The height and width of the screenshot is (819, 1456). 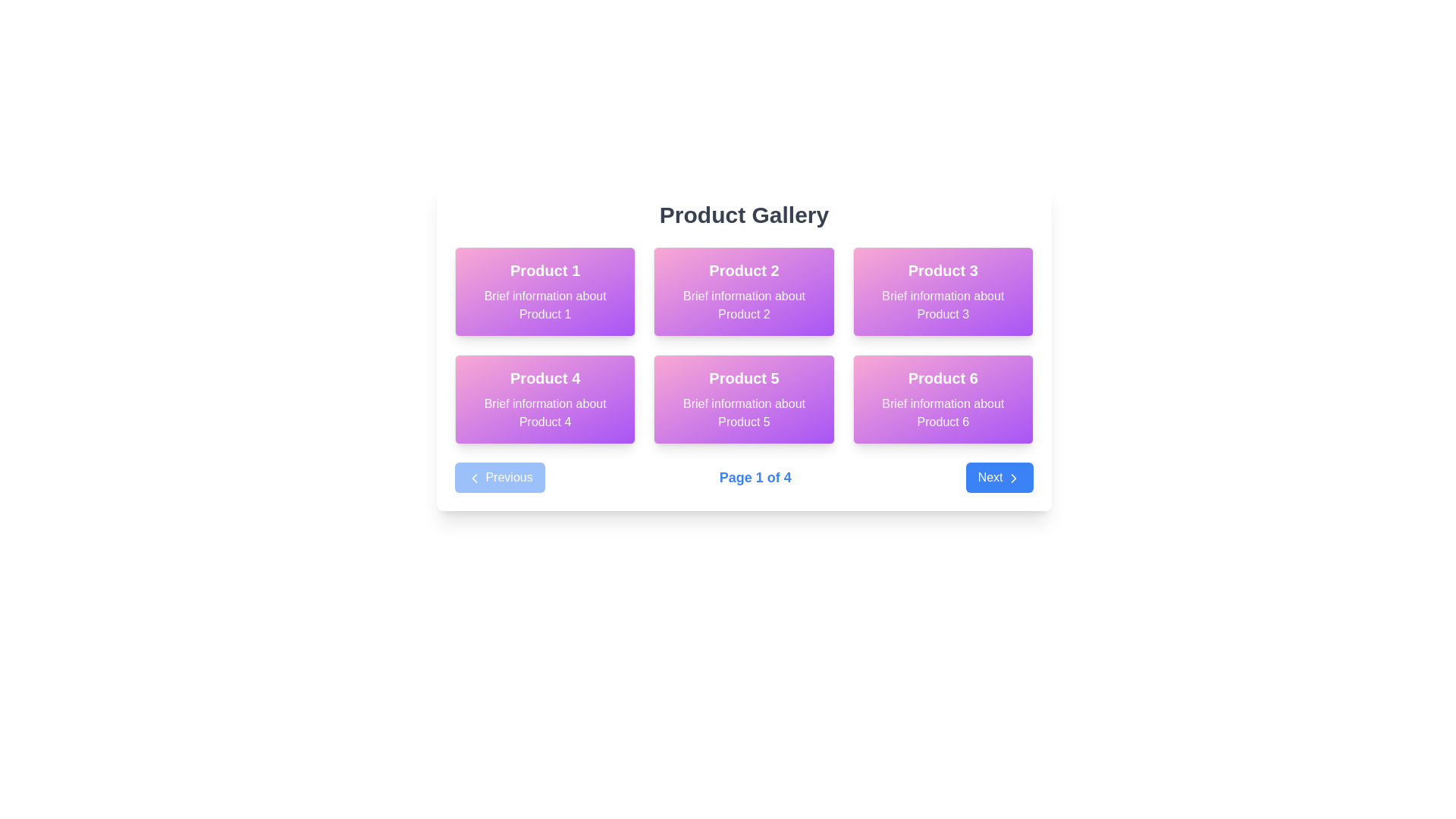 What do you see at coordinates (545, 377) in the screenshot?
I see `the static text label 'Product 4' which serves as the title for the product displayed in the second card of the product gallery` at bounding box center [545, 377].